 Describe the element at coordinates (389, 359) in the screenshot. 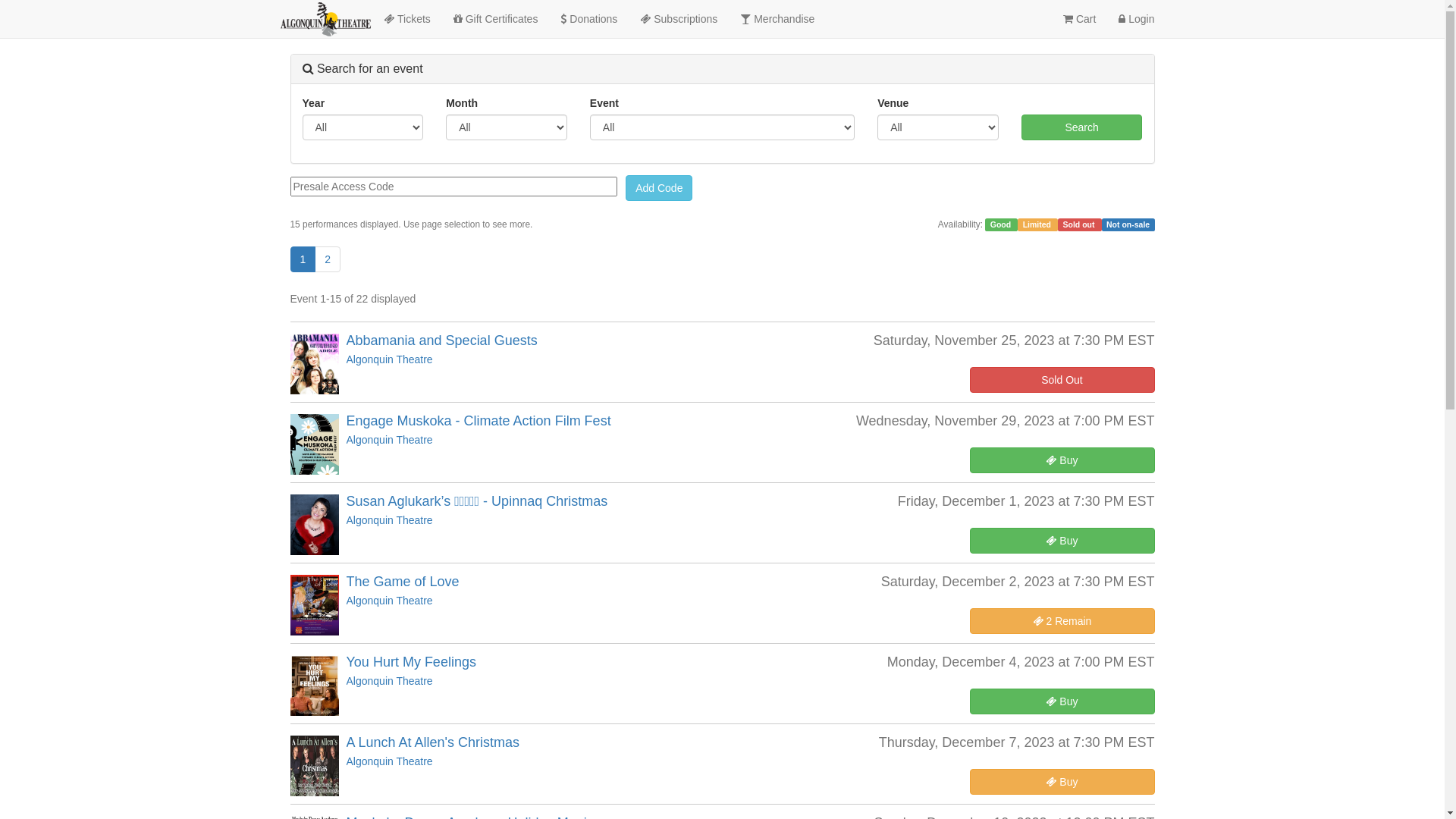

I see `'Algonquin Theatre'` at that location.